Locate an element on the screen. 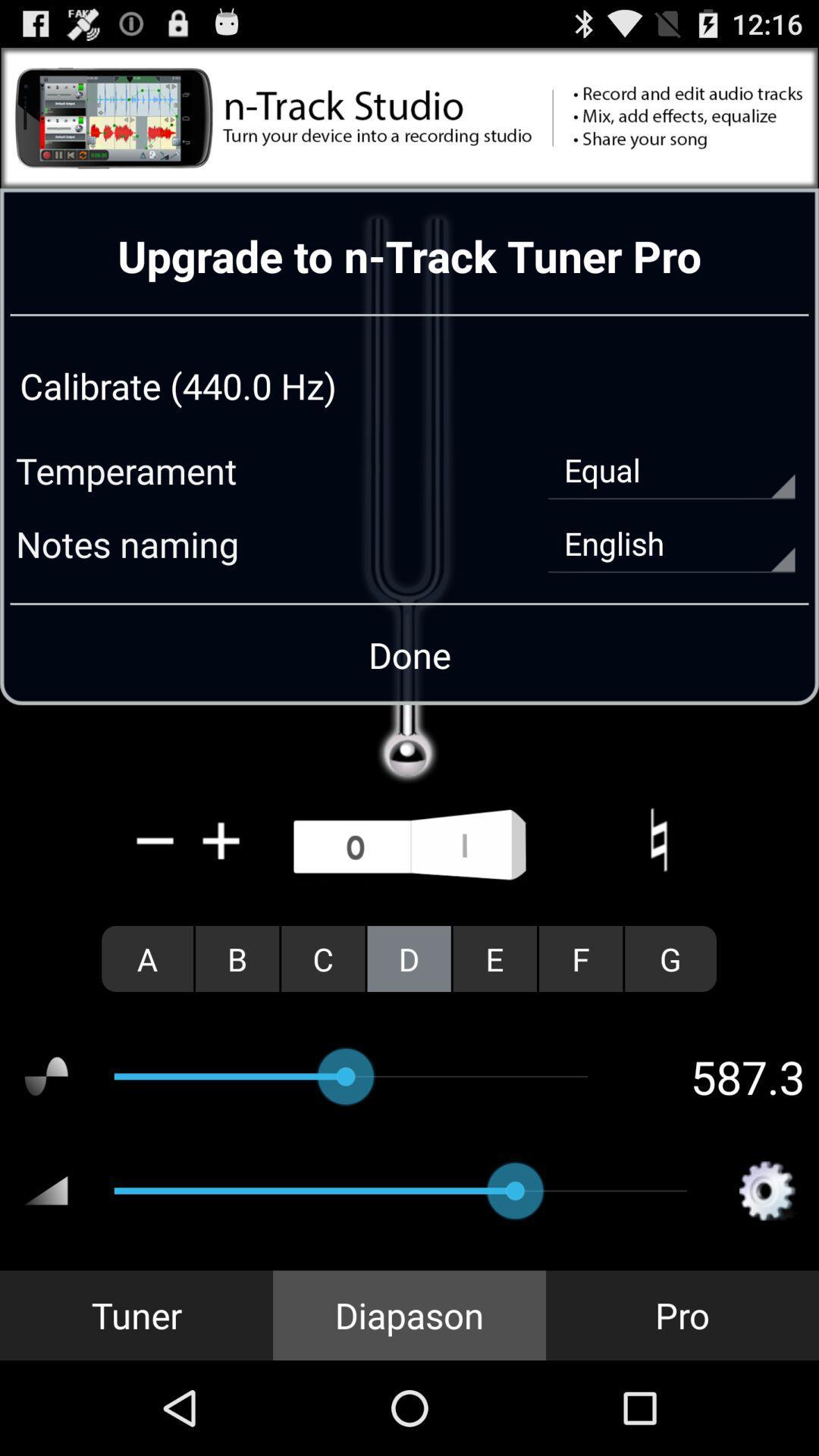 This screenshot has width=819, height=1456. the settings icon is located at coordinates (769, 1274).